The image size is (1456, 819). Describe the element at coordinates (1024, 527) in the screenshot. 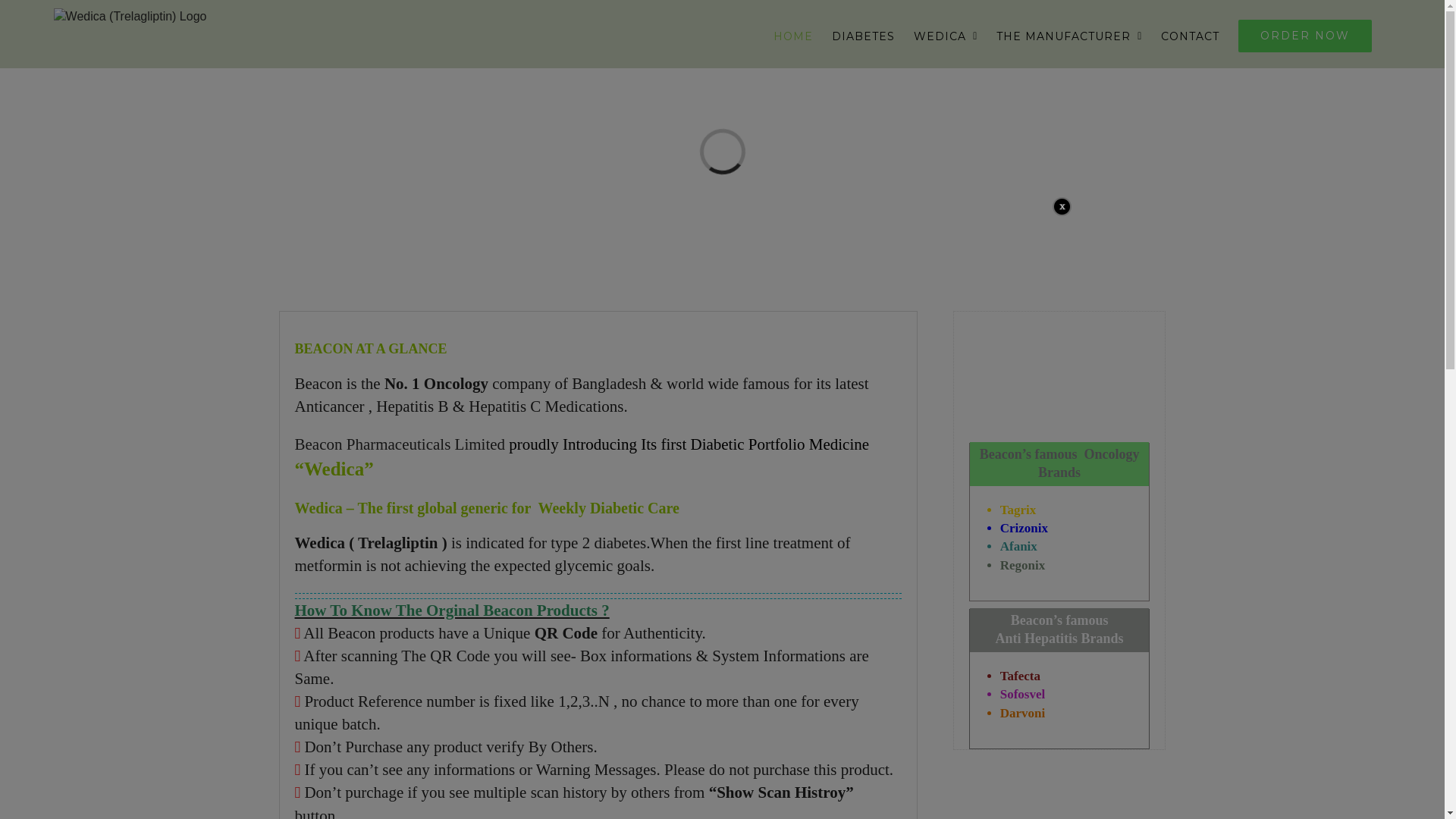

I see `'Crizonix'` at that location.